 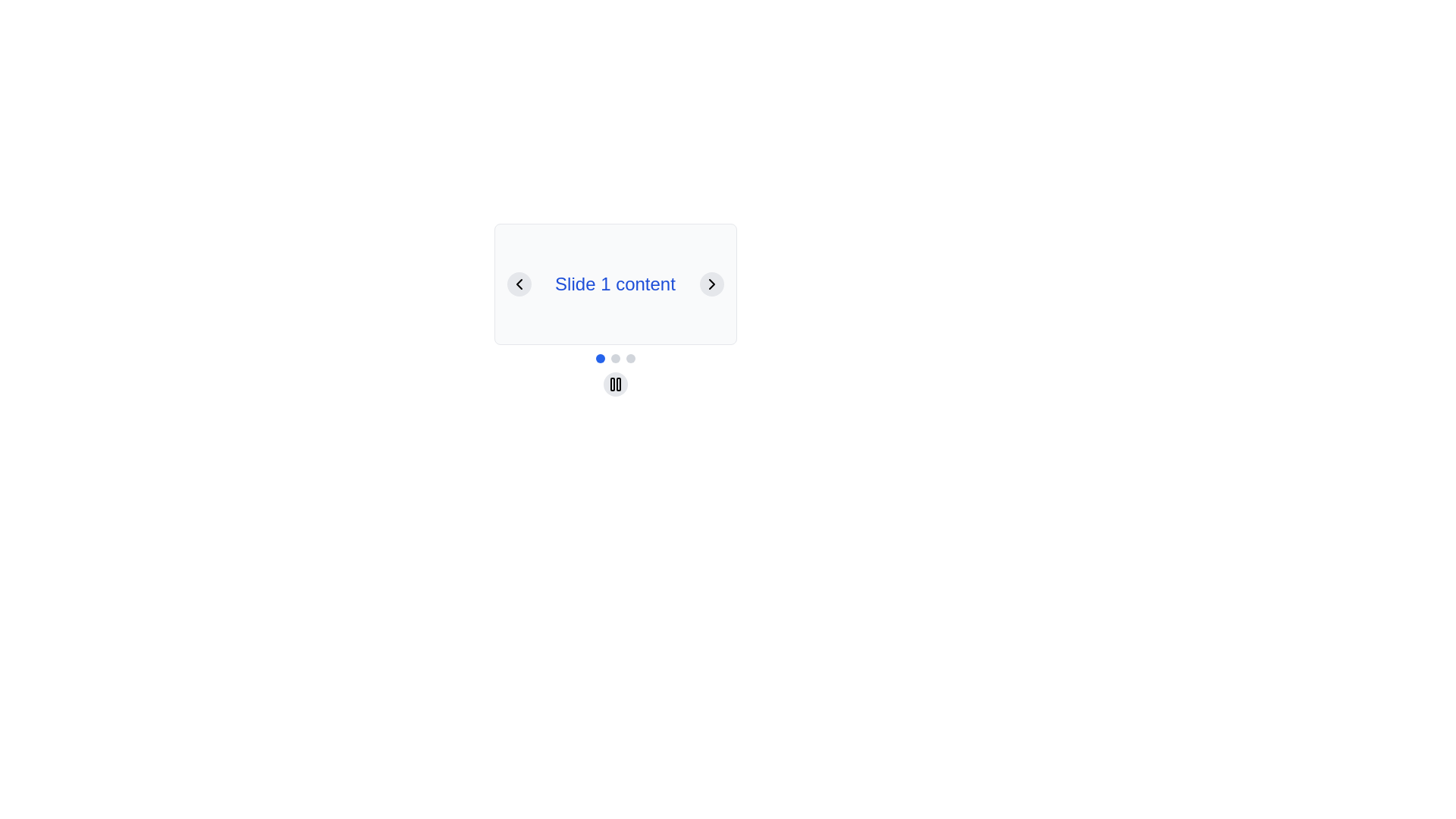 What do you see at coordinates (615, 359) in the screenshot?
I see `the second carousel indicator` at bounding box center [615, 359].